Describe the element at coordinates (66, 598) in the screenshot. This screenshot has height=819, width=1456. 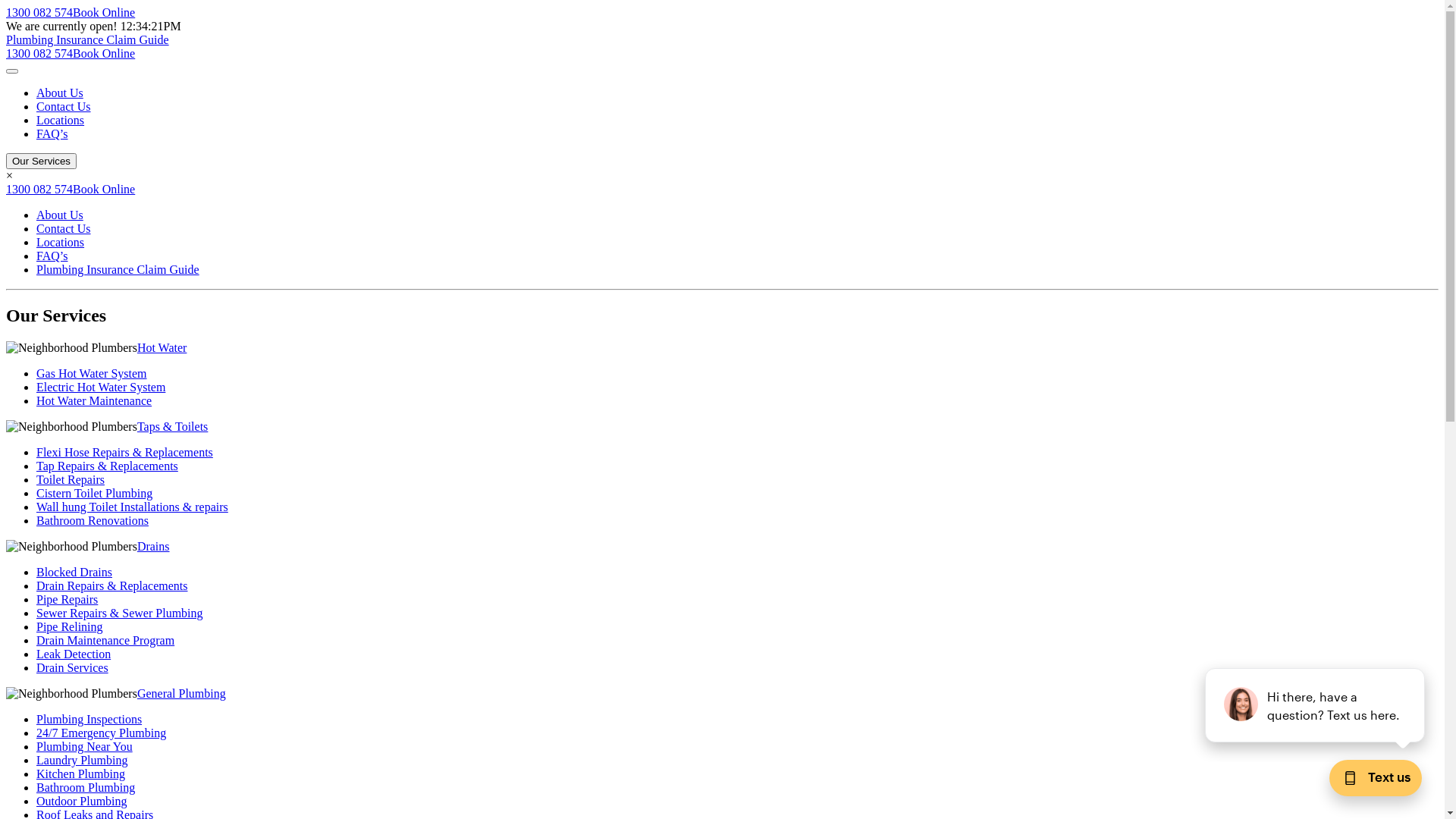
I see `'Pipe Repairs'` at that location.